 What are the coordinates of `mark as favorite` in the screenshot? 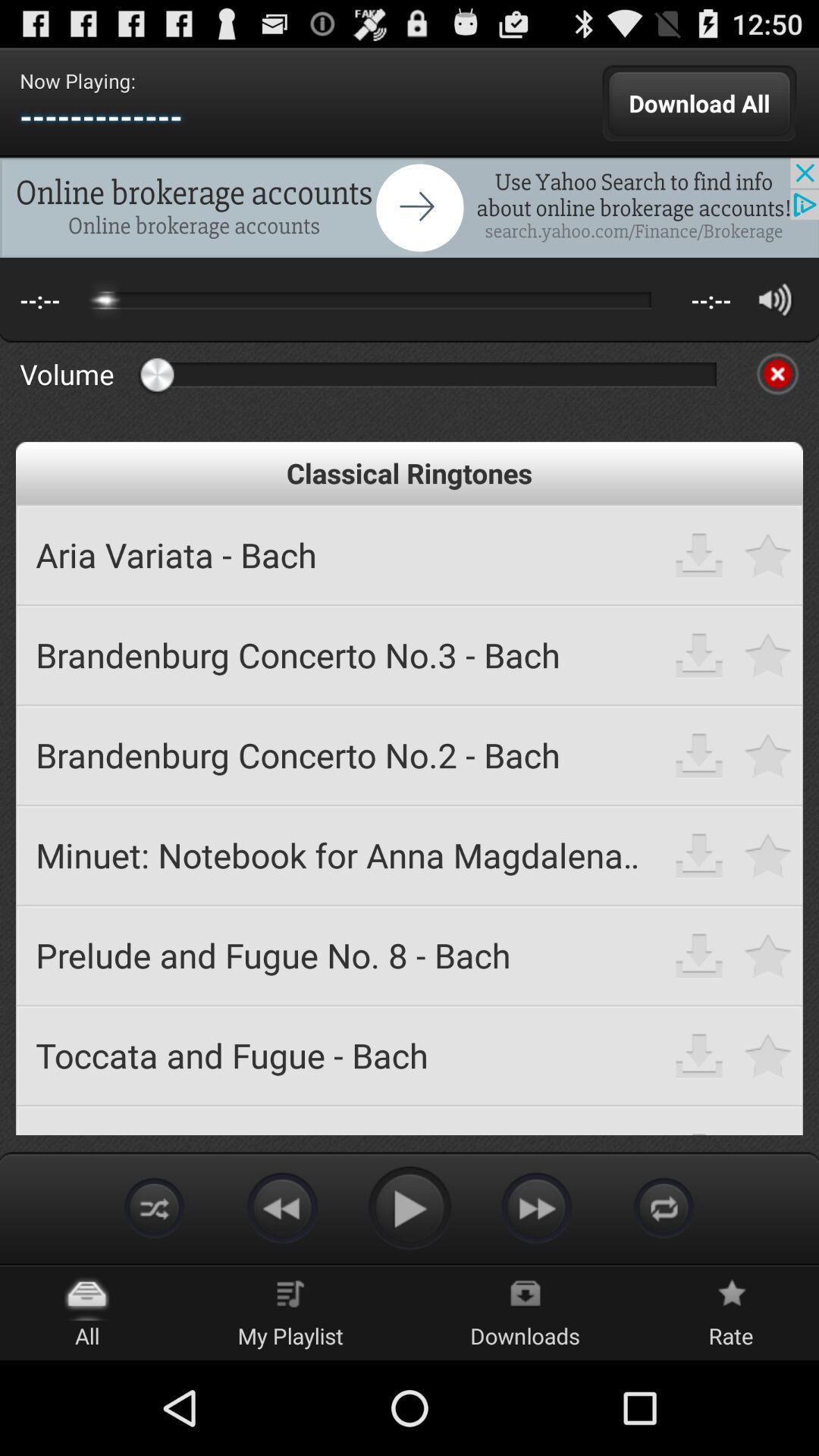 It's located at (768, 654).